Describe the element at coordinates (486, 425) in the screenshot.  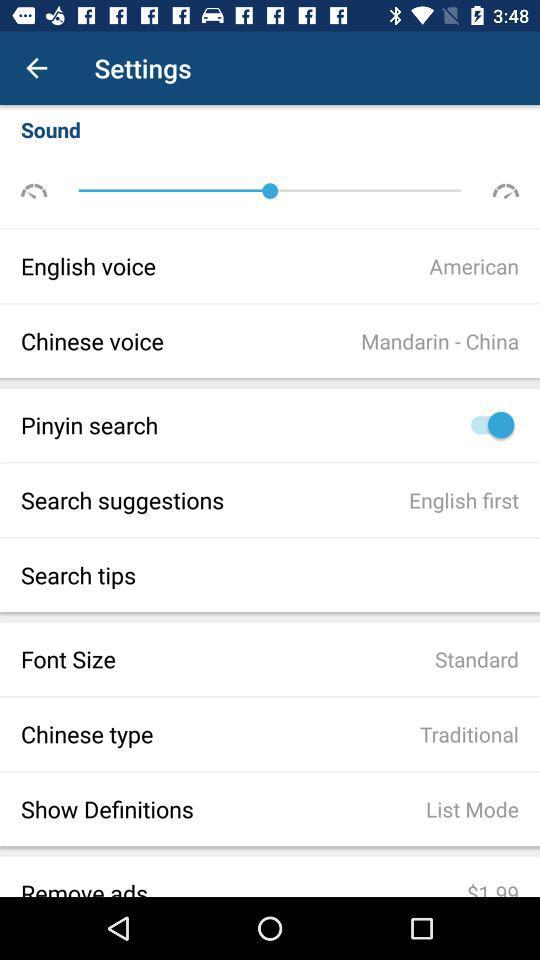
I see `pinyin option` at that location.